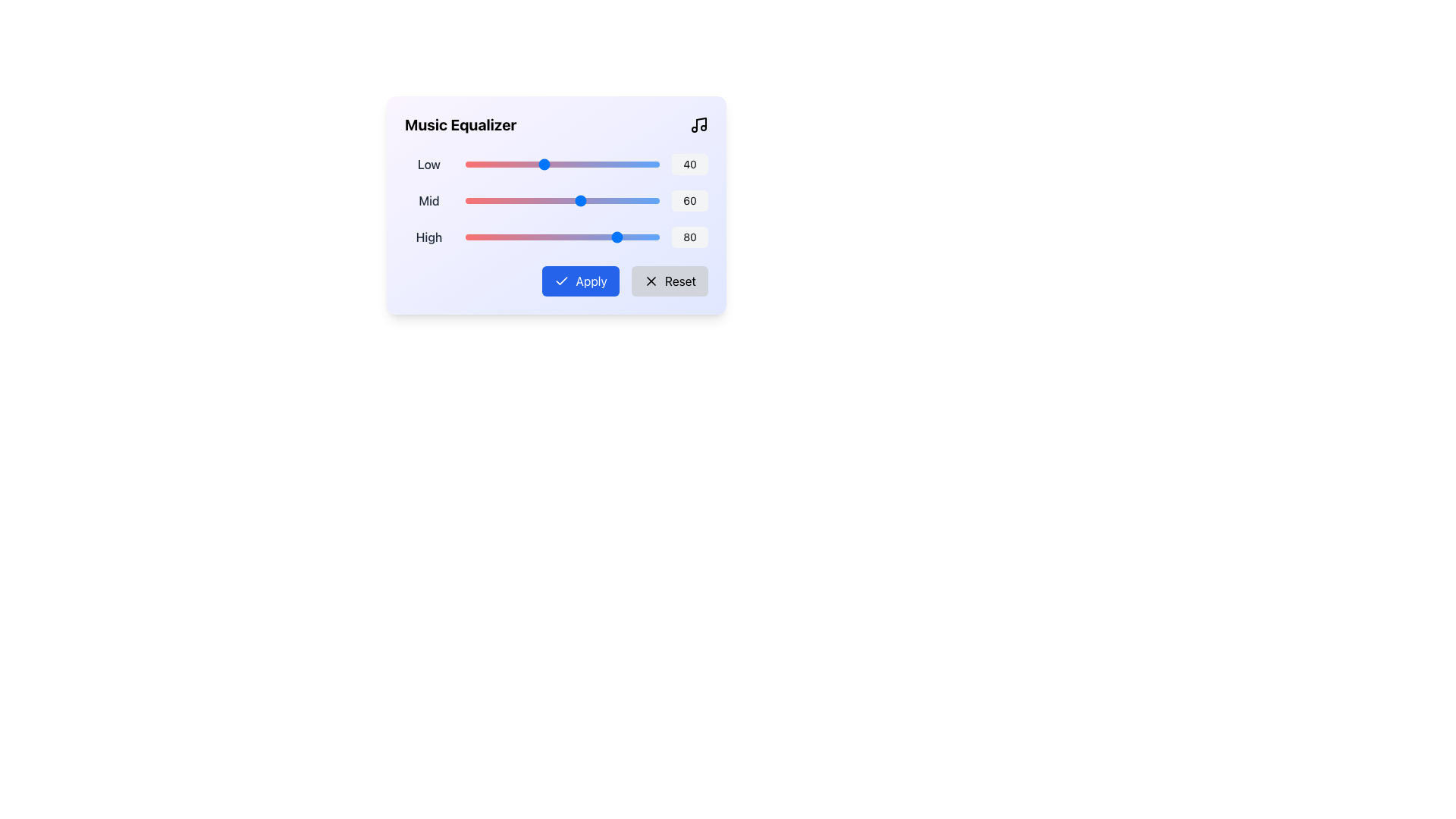 The height and width of the screenshot is (819, 1456). What do you see at coordinates (636, 237) in the screenshot?
I see `the 'High' audio frequency` at bounding box center [636, 237].